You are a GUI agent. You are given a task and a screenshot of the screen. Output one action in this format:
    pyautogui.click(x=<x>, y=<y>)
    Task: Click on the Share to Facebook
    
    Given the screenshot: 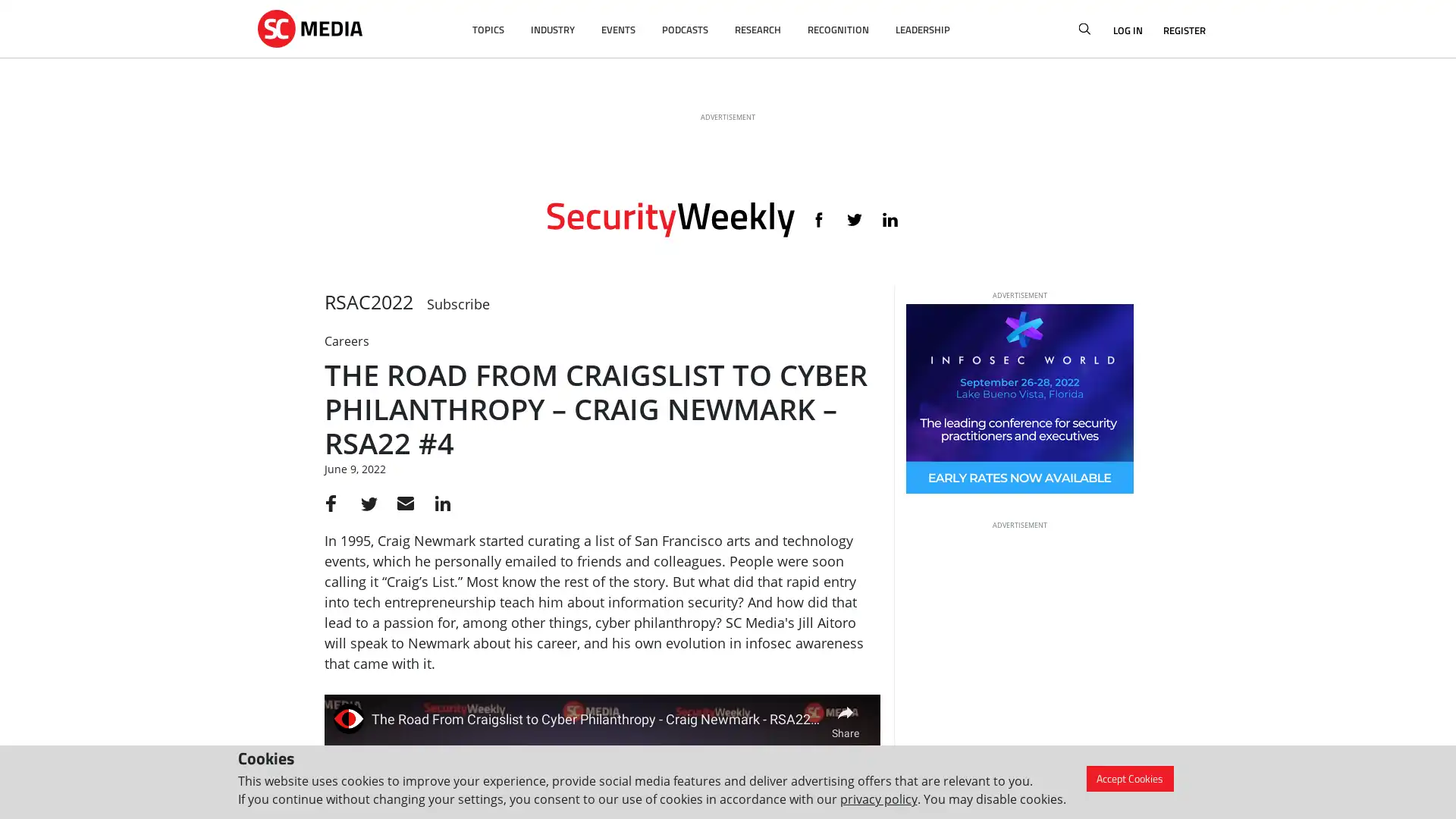 What is the action you would take?
    pyautogui.click(x=330, y=503)
    